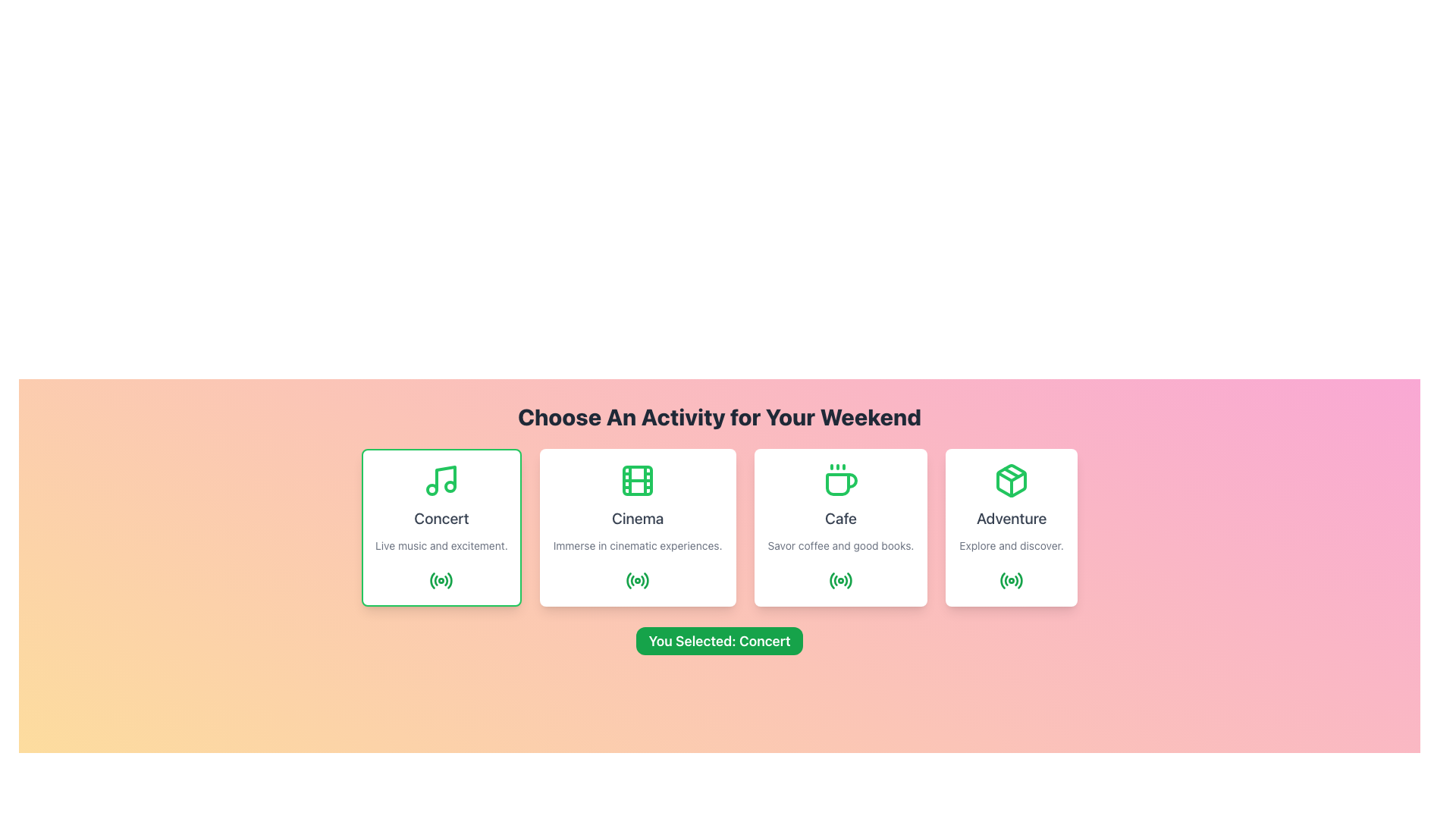  What do you see at coordinates (638, 480) in the screenshot?
I see `the SVG Rectangle that forms part of the 'Cinema' activity option icon in the second column of the activity selection grid` at bounding box center [638, 480].